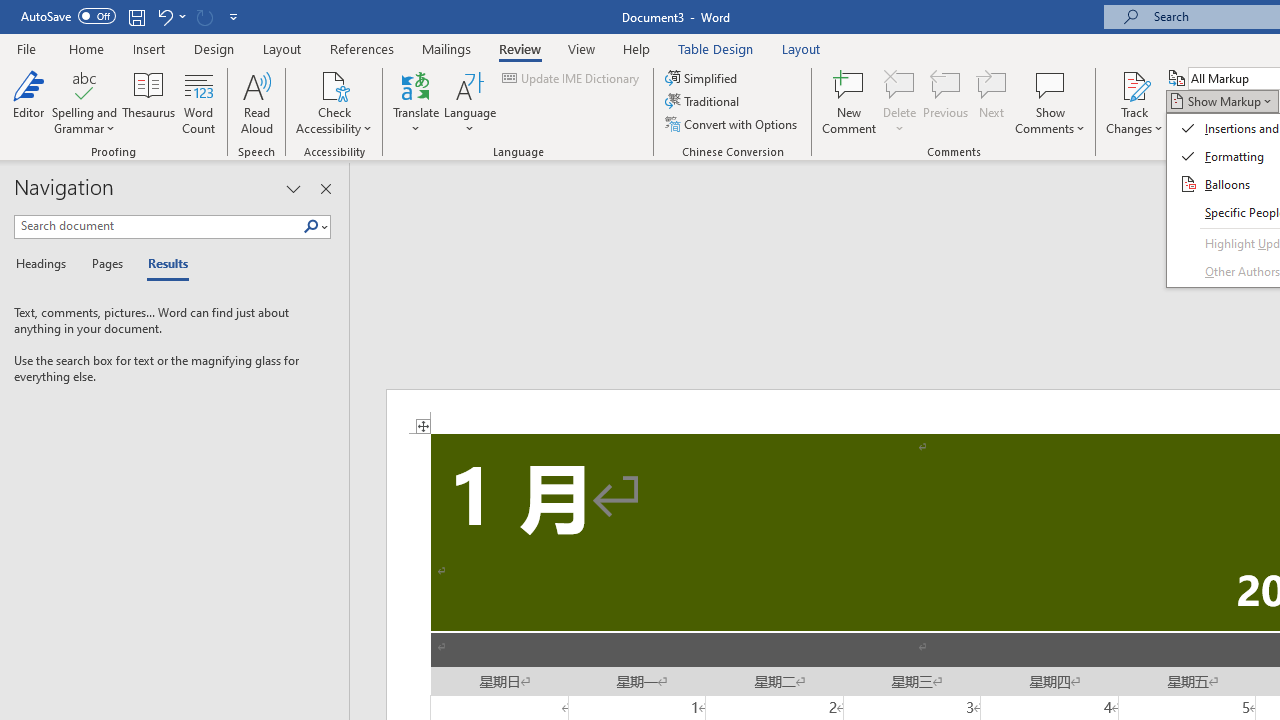 The width and height of the screenshot is (1280, 720). Describe the element at coordinates (899, 103) in the screenshot. I see `'Delete'` at that location.